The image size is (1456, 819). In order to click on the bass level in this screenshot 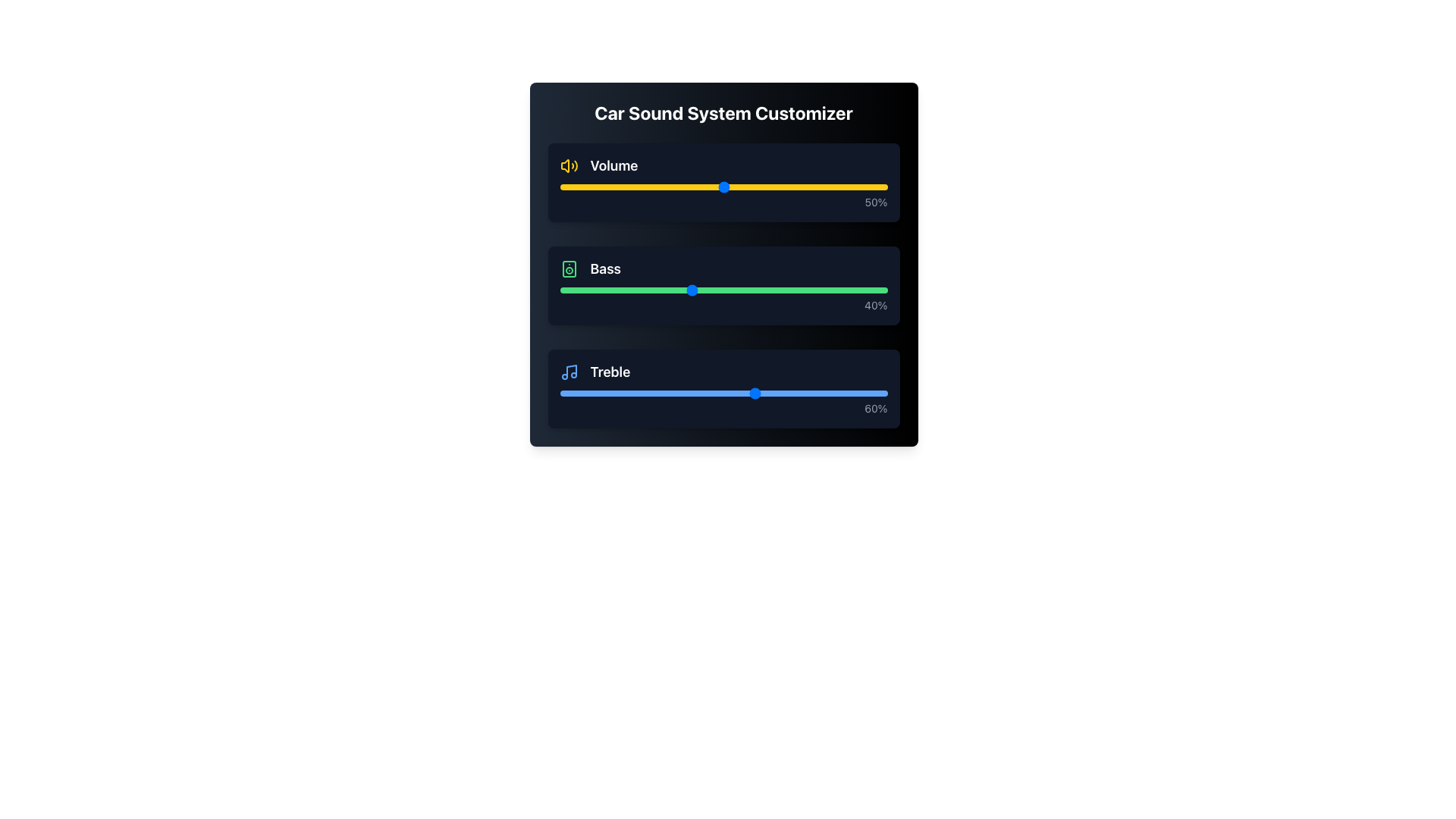, I will do `click(884, 290)`.